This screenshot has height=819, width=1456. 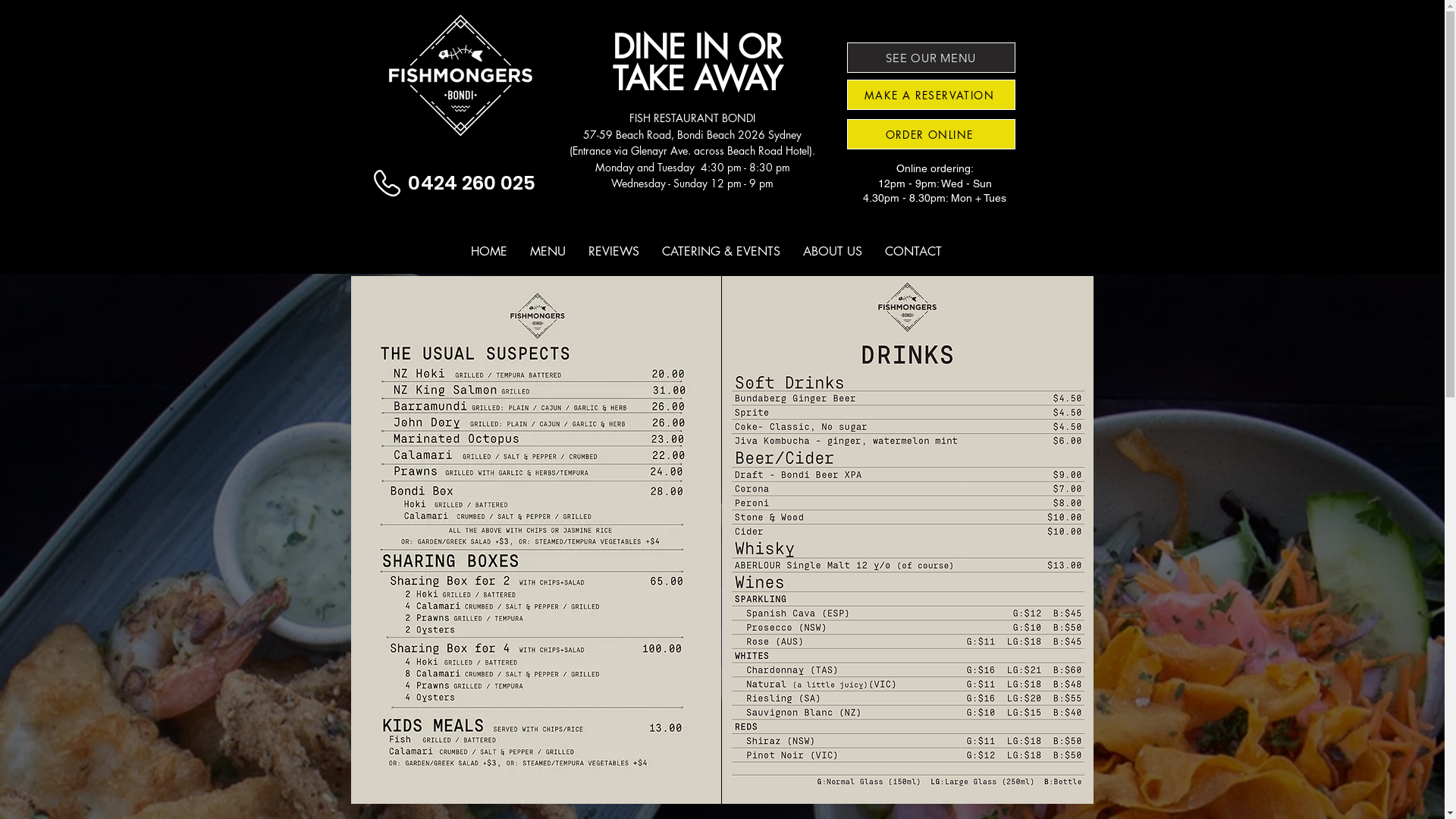 I want to click on 'SEE OUR MENU', so click(x=930, y=57).